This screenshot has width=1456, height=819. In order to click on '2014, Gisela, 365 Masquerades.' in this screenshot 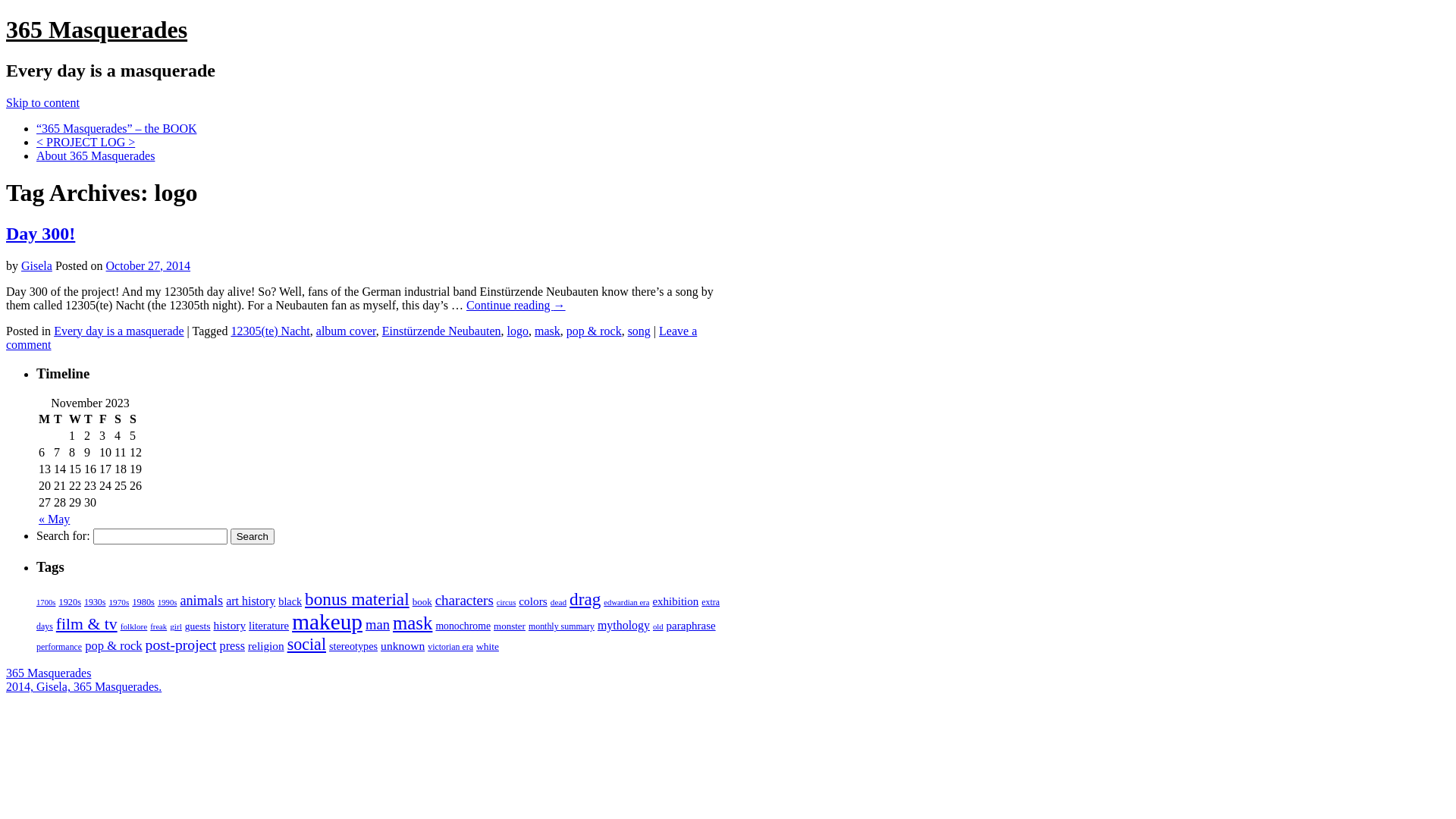, I will do `click(83, 686)`.